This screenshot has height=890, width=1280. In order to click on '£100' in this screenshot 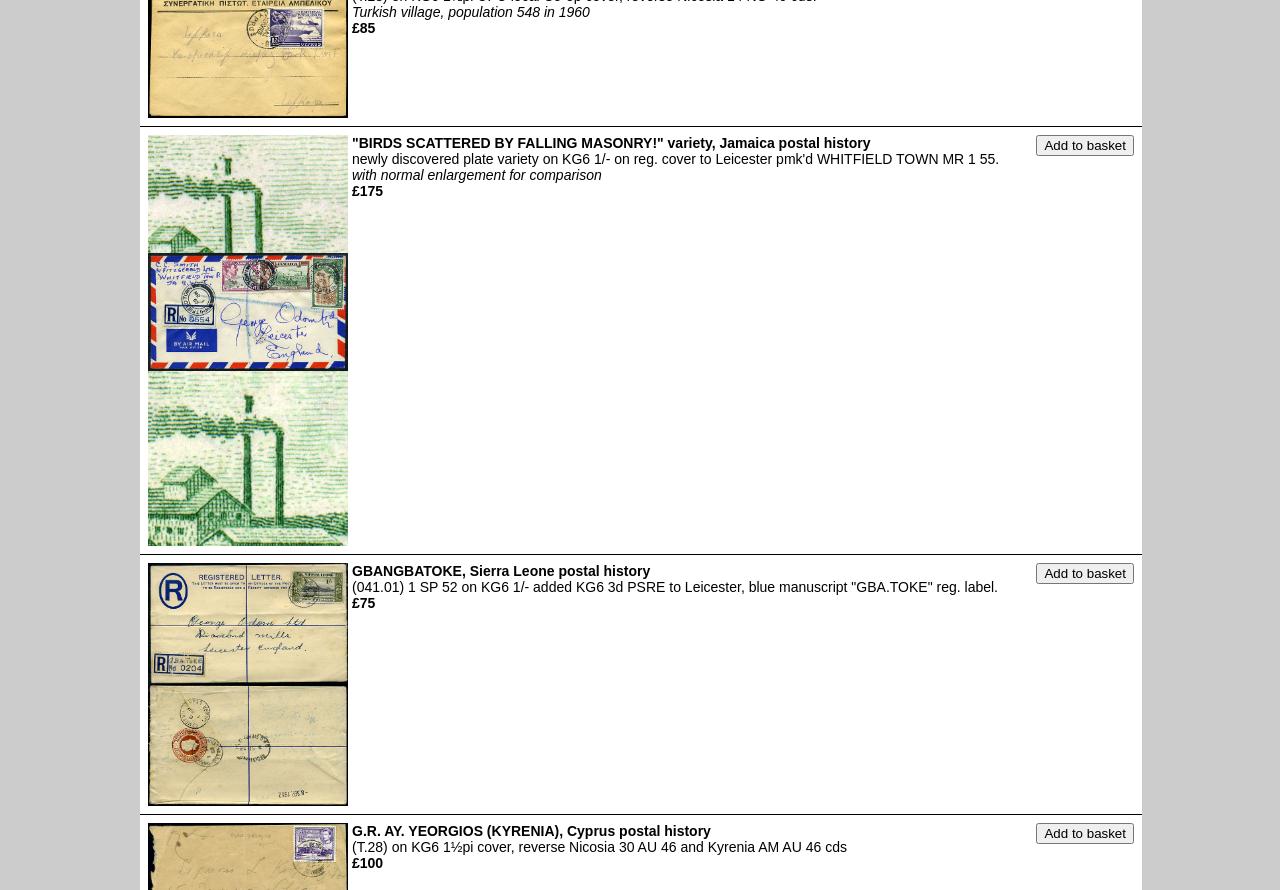, I will do `click(367, 860)`.